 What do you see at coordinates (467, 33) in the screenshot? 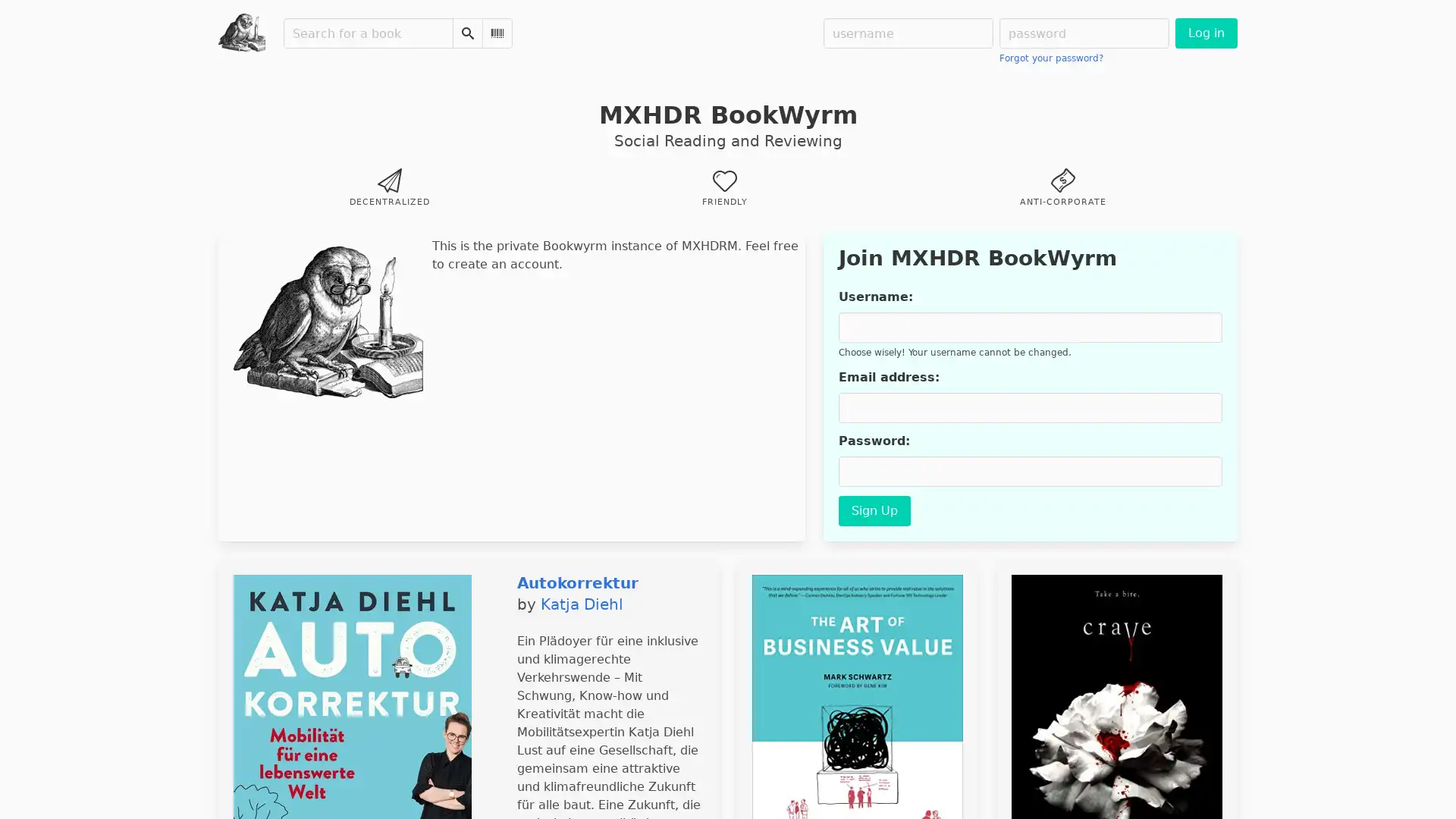
I see `Search` at bounding box center [467, 33].